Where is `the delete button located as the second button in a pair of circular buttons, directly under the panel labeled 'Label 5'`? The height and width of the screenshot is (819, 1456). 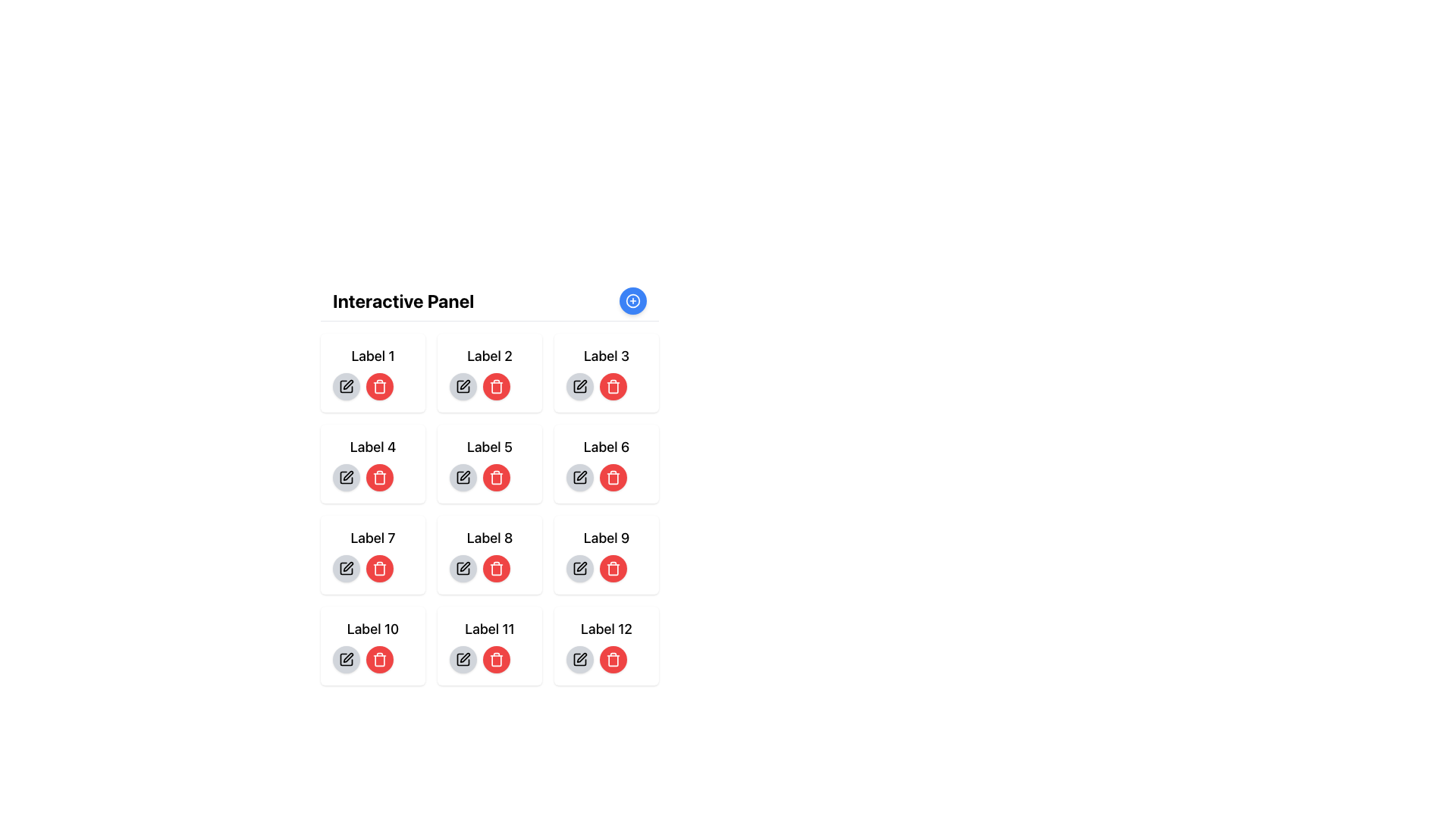 the delete button located as the second button in a pair of circular buttons, directly under the panel labeled 'Label 5' is located at coordinates (496, 476).